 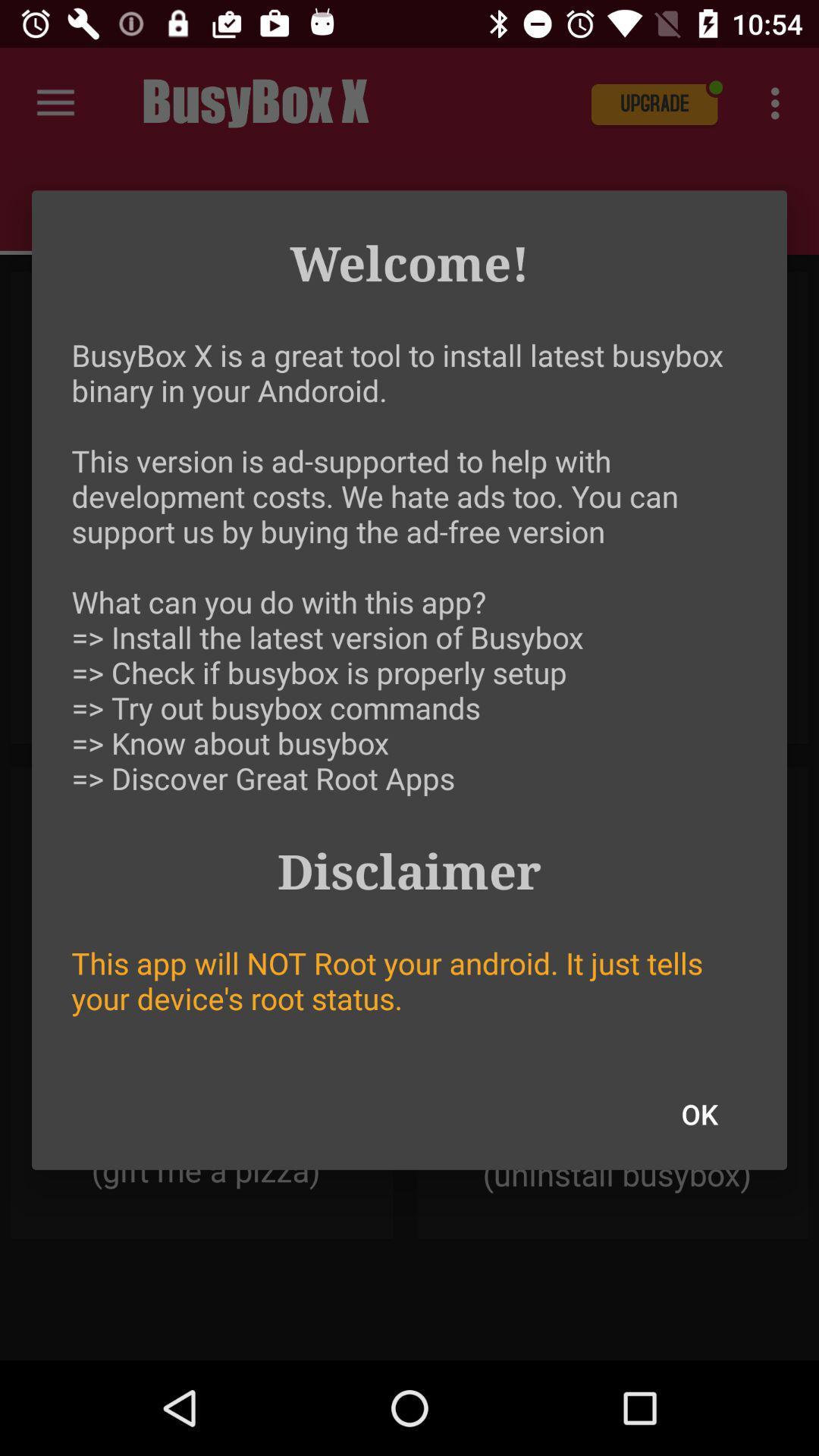 I want to click on ok item, so click(x=699, y=1114).